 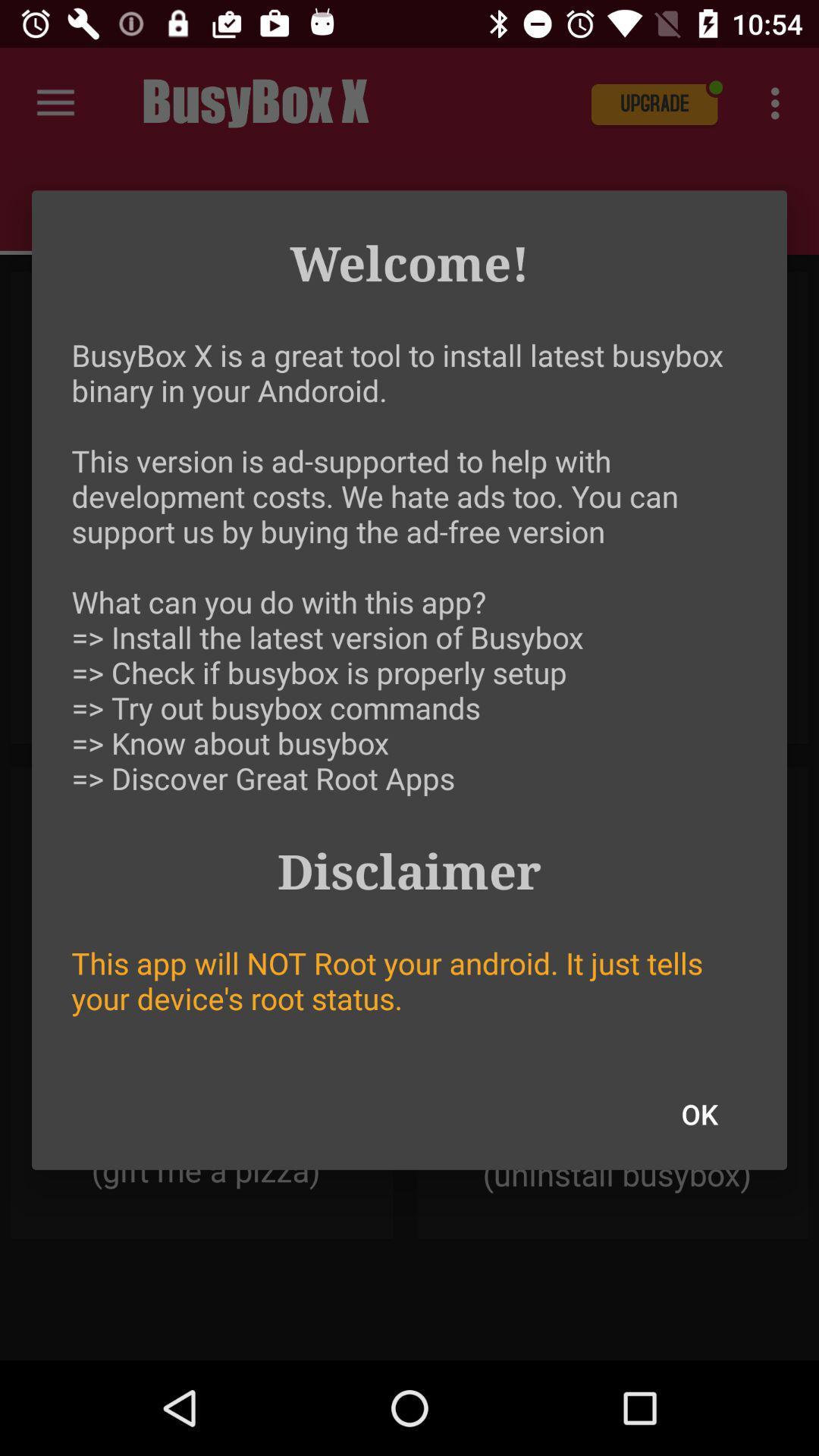 I want to click on ok item, so click(x=699, y=1114).